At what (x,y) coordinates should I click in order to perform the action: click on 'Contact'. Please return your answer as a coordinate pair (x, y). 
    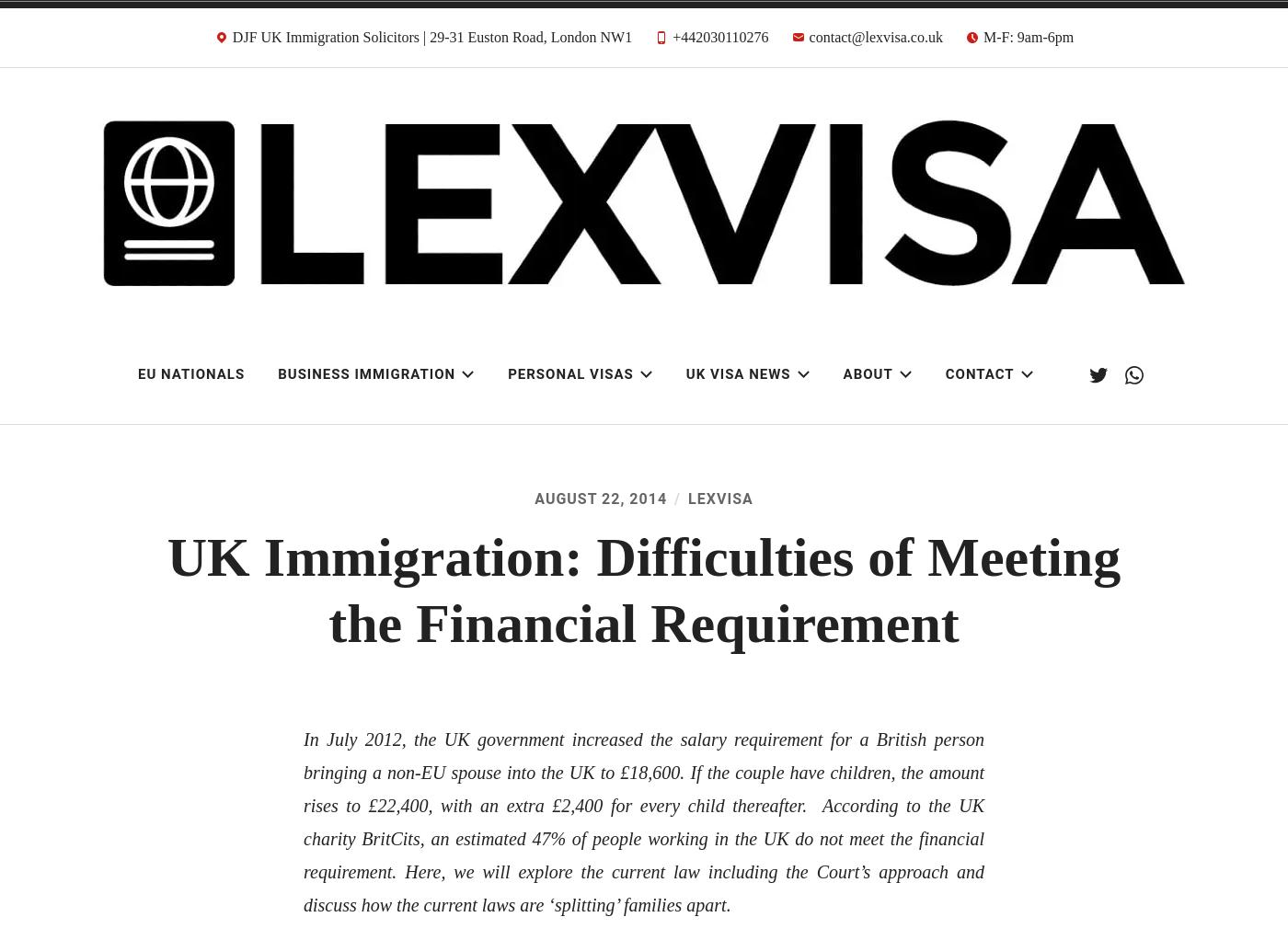
    Looking at the image, I should click on (945, 373).